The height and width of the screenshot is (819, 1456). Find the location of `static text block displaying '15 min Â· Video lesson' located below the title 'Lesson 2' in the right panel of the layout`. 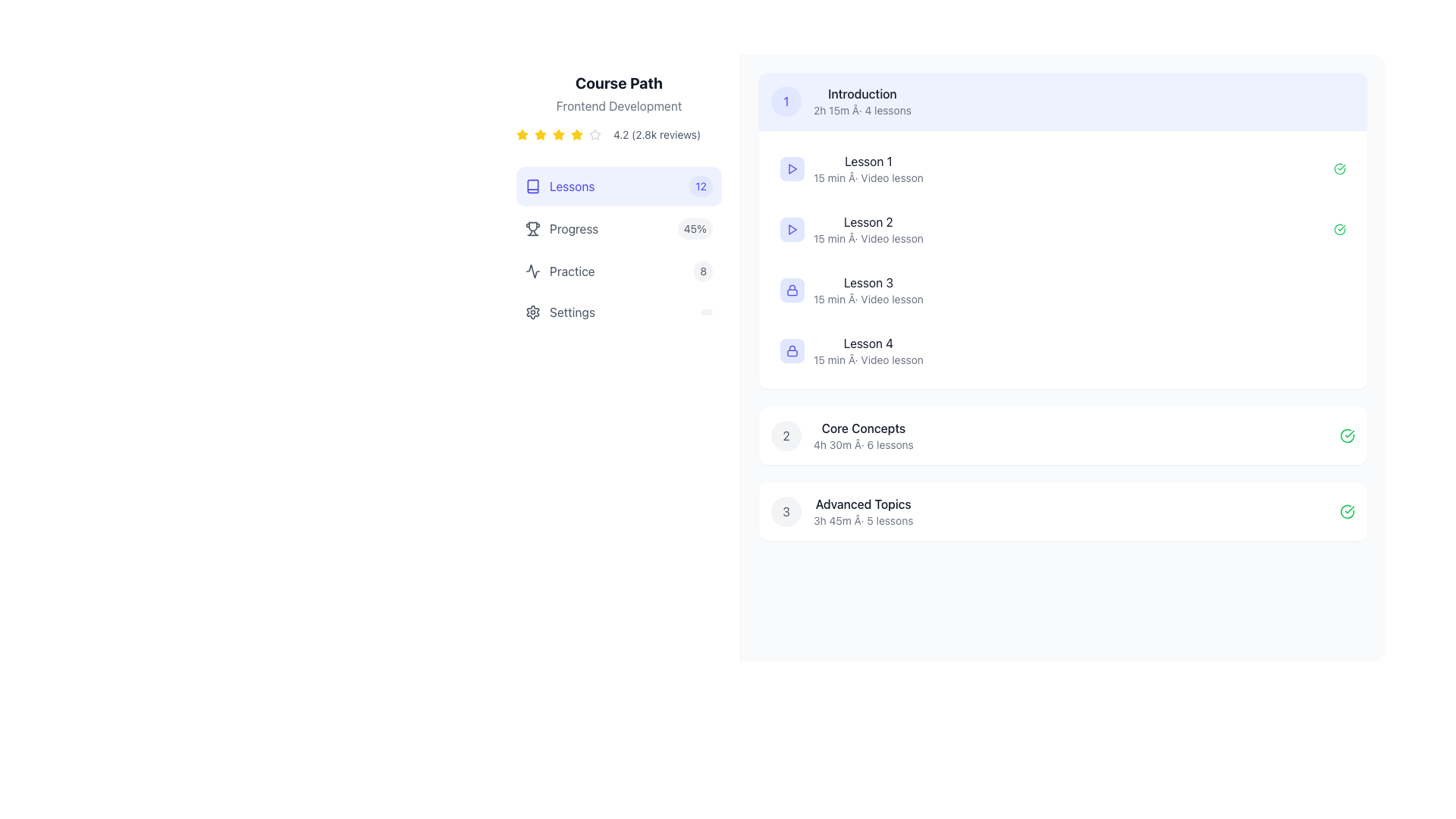

static text block displaying '15 min Â· Video lesson' located below the title 'Lesson 2' in the right panel of the layout is located at coordinates (868, 239).